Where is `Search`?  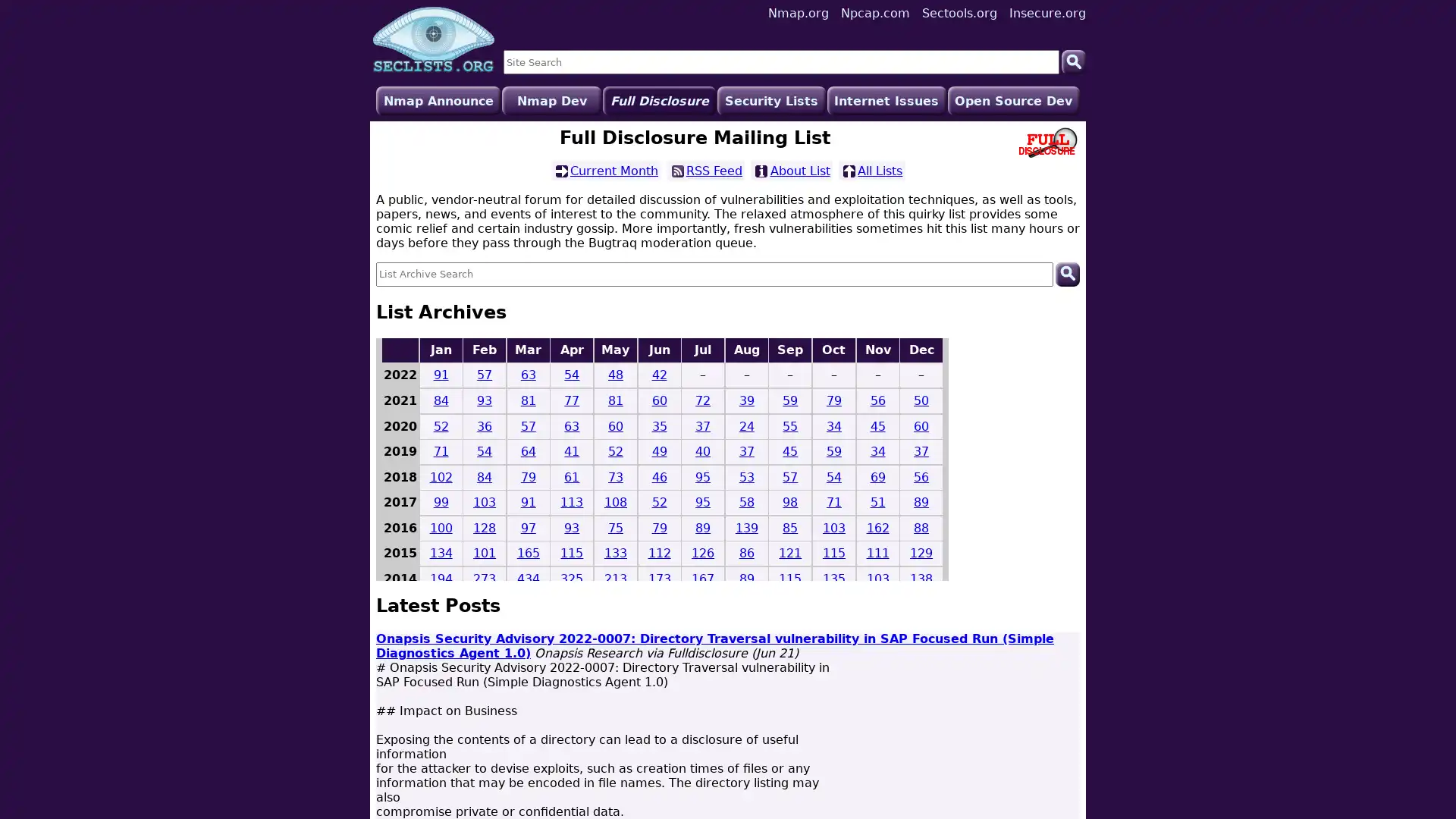 Search is located at coordinates (1066, 274).